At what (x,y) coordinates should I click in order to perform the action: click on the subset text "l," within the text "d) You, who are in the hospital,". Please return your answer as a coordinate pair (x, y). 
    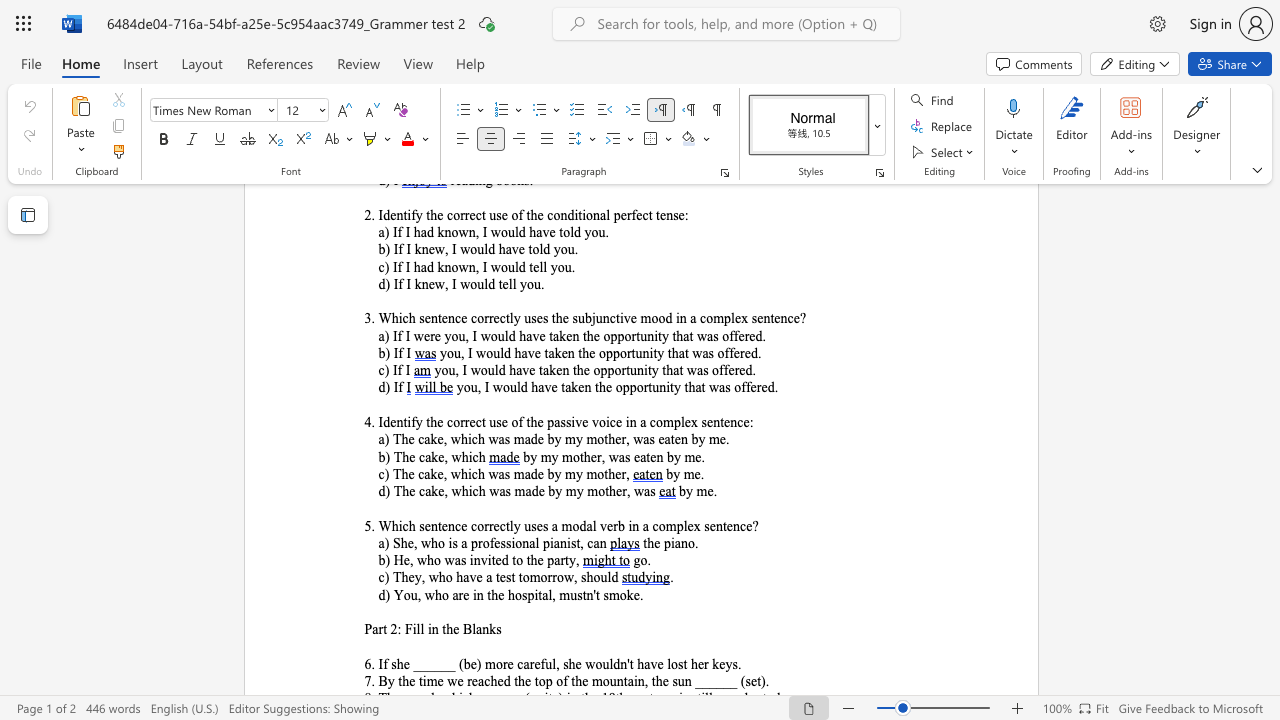
    Looking at the image, I should click on (548, 594).